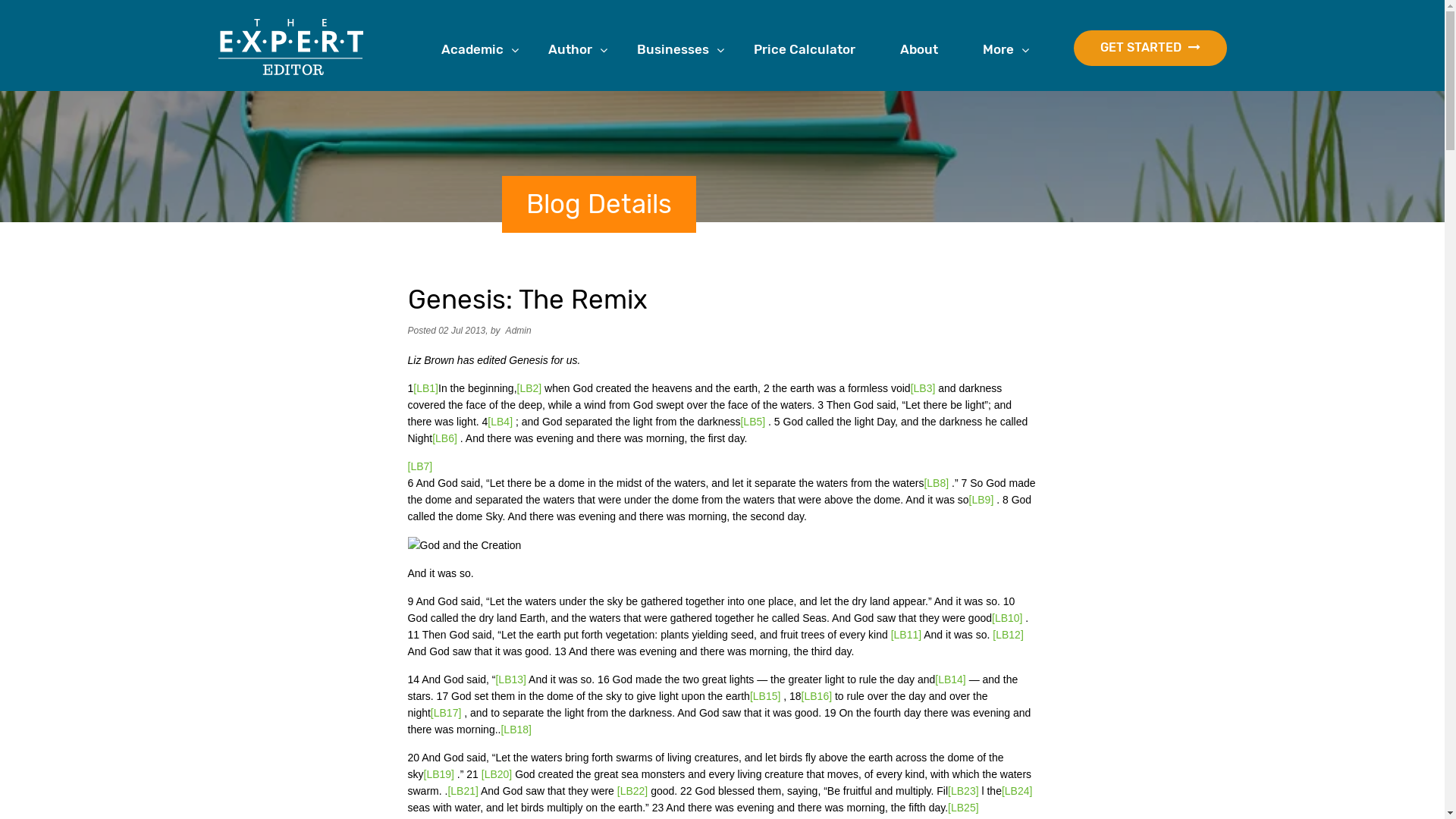 Image resolution: width=1456 pixels, height=819 pixels. Describe the element at coordinates (500, 421) in the screenshot. I see `'[LB4]'` at that location.